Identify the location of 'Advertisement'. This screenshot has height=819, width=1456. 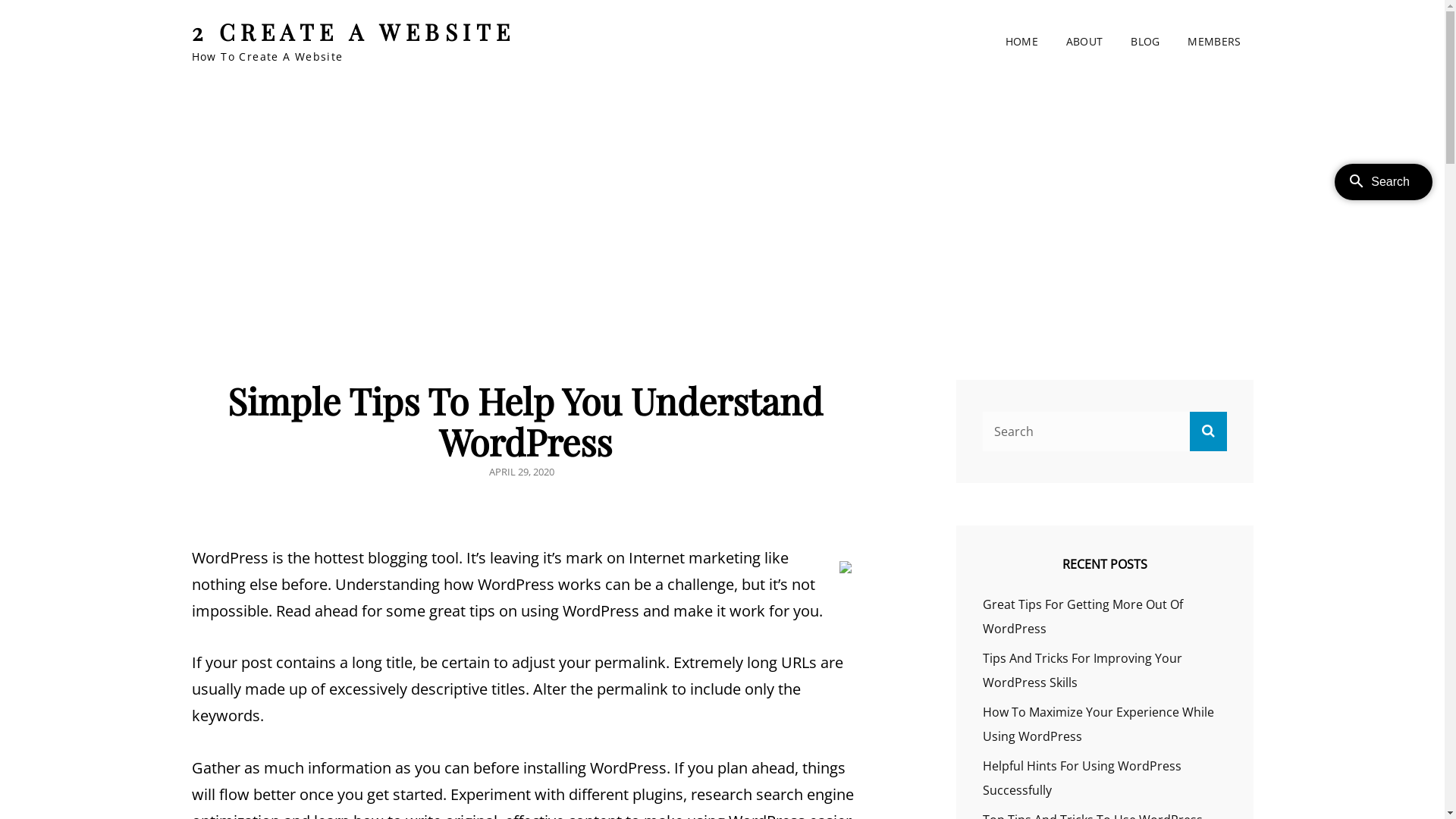
(266, 198).